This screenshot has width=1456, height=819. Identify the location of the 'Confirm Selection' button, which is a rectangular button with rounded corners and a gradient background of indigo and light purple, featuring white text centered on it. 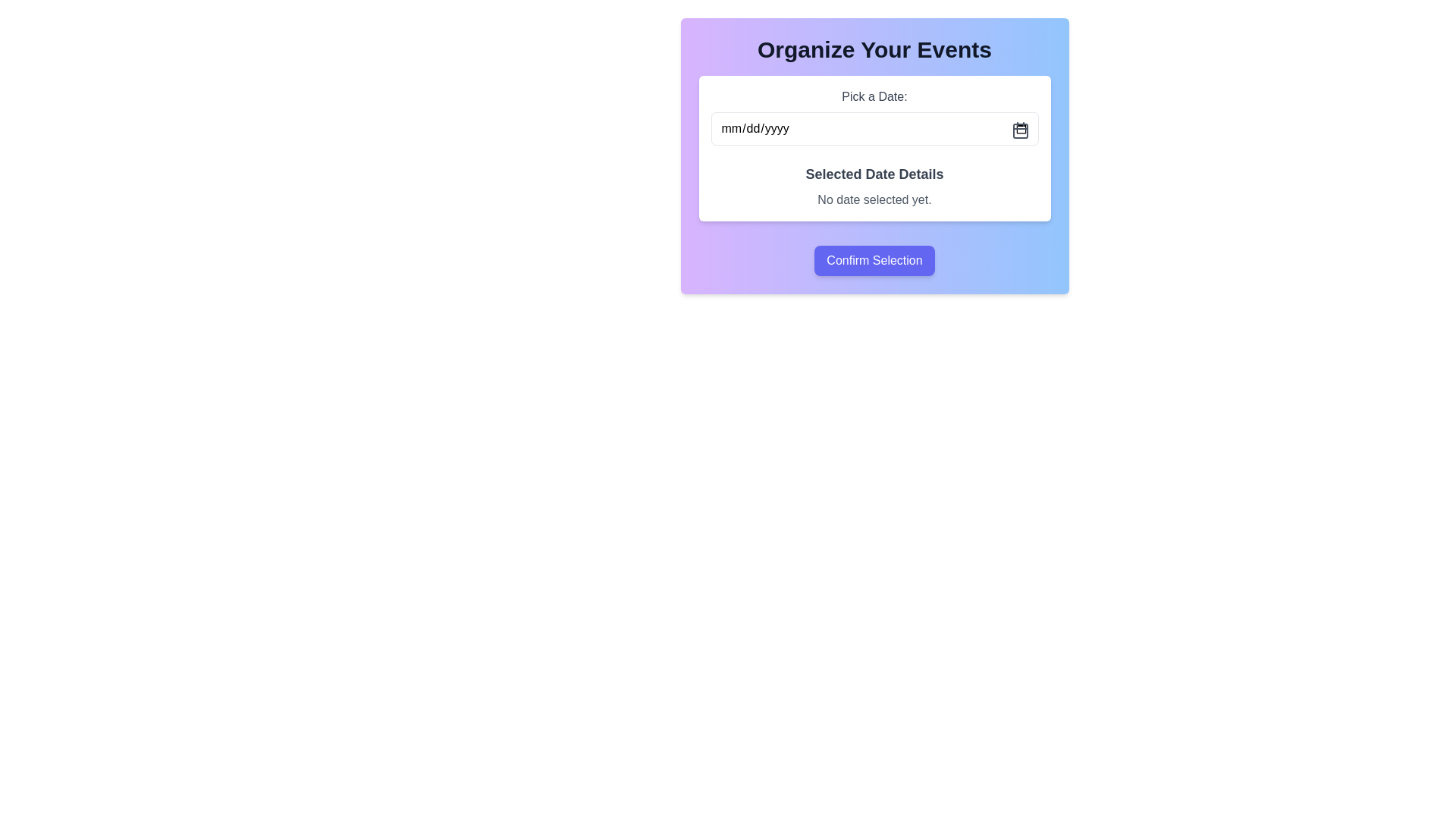
(874, 259).